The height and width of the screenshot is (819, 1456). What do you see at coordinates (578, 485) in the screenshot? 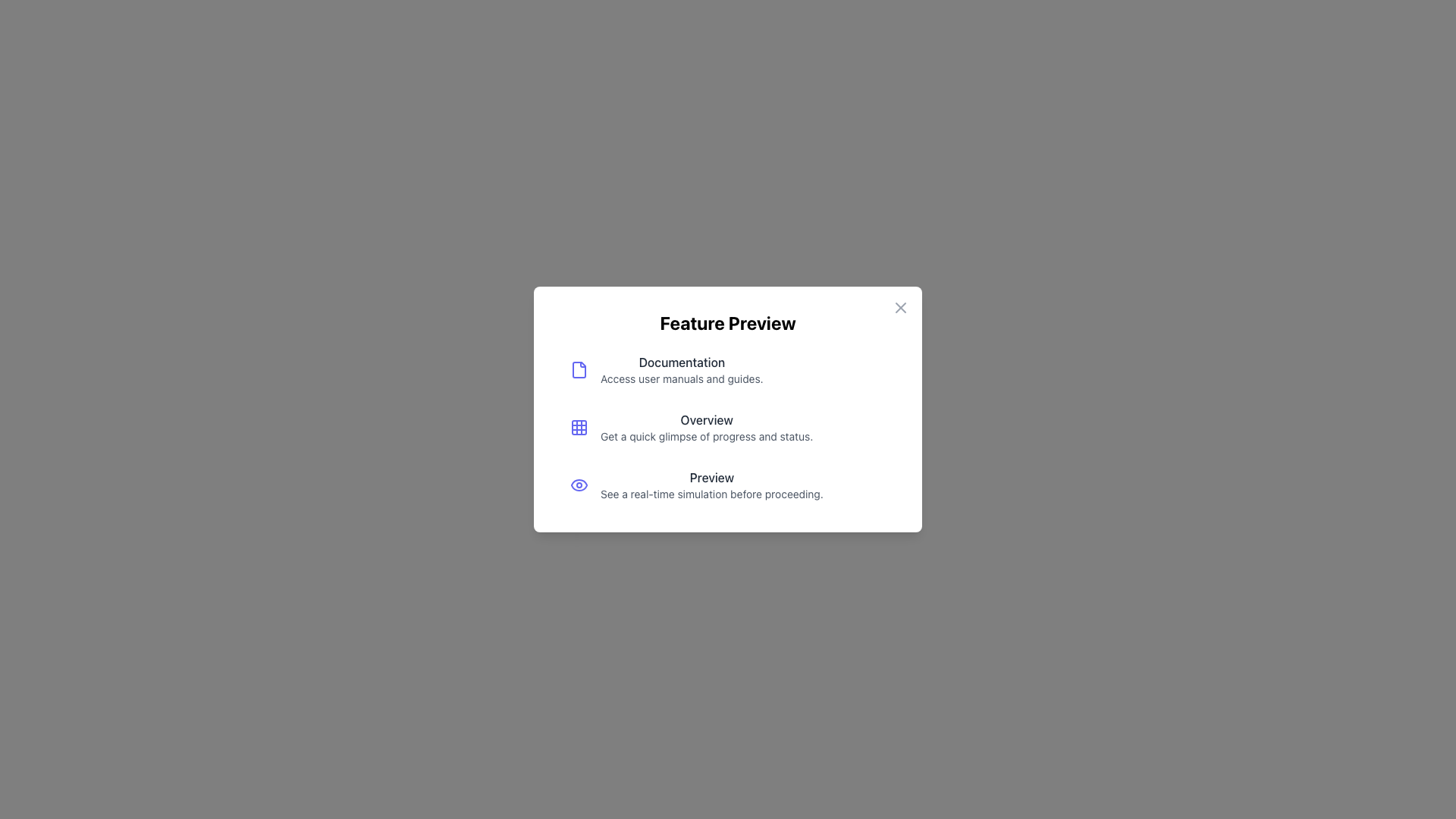
I see `the decorative 'preview' icon located on the left side of the 'Preview' label text in the feature preview modal` at bounding box center [578, 485].